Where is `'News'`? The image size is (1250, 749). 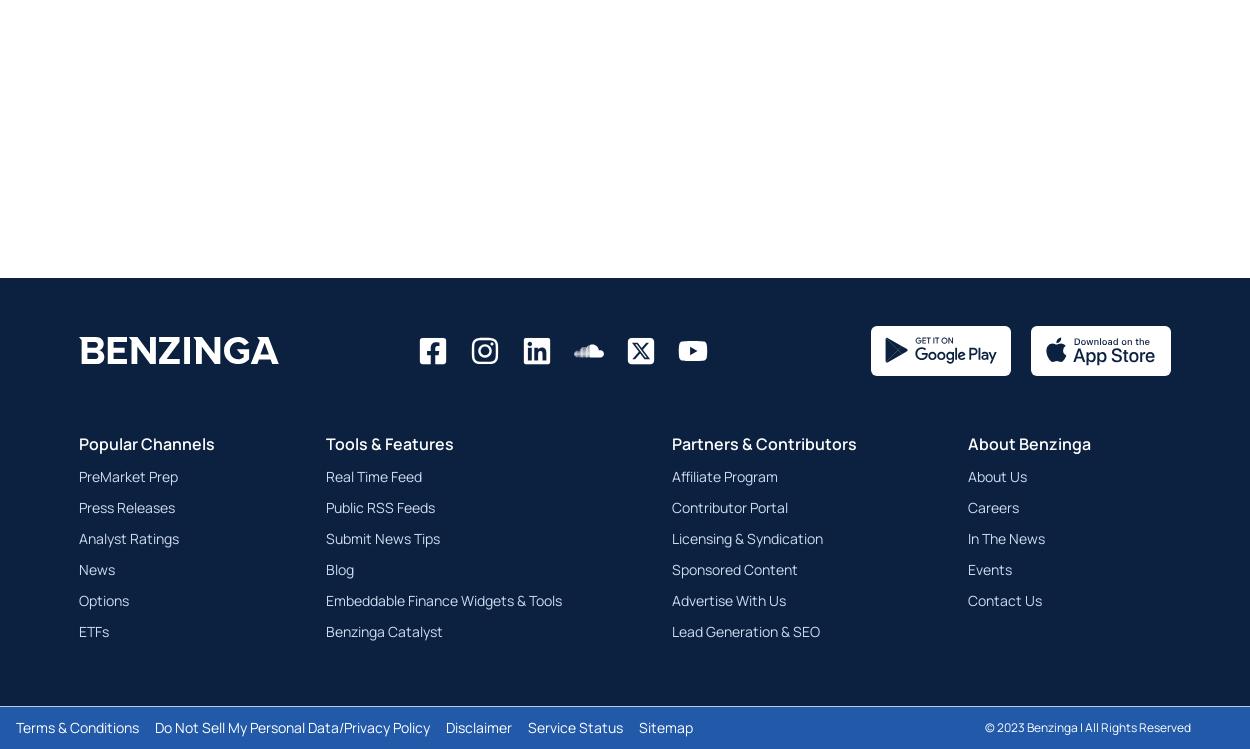 'News' is located at coordinates (96, 568).